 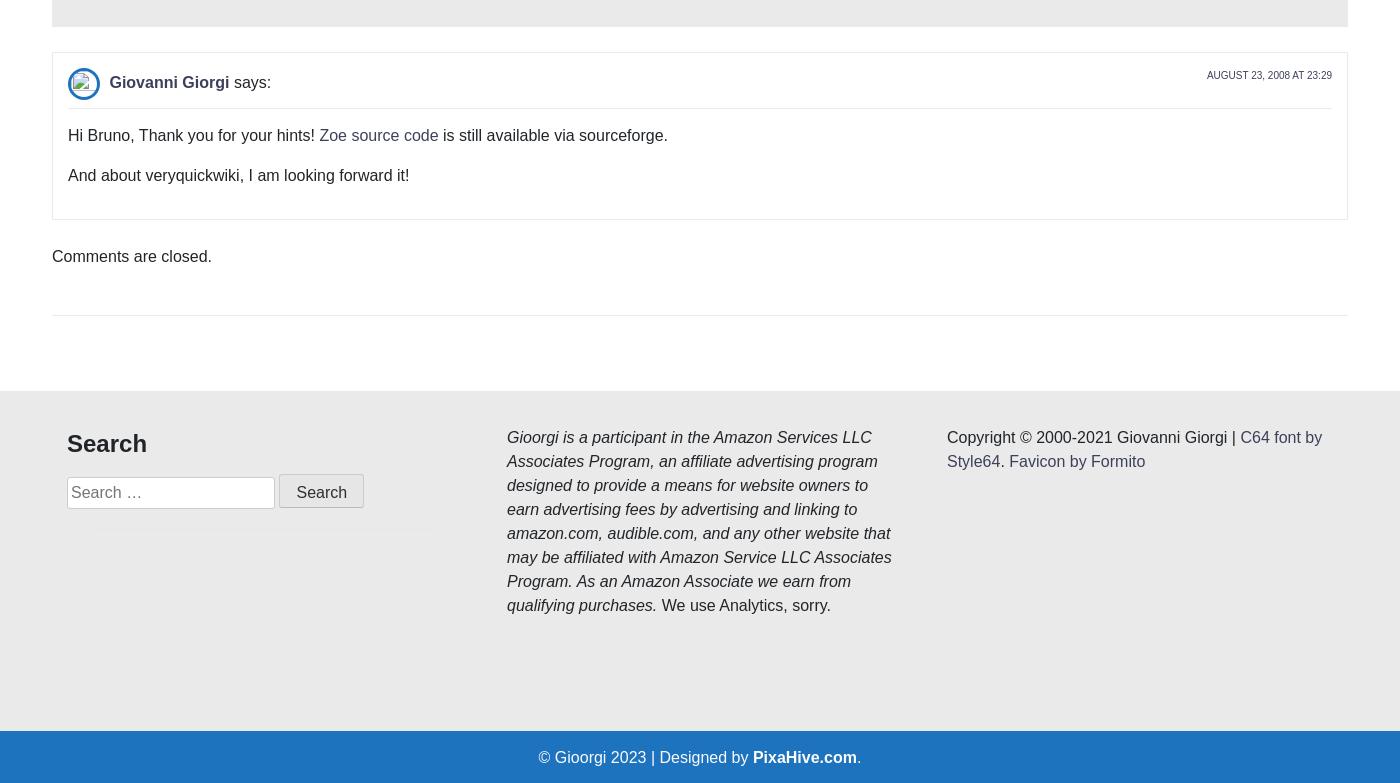 What do you see at coordinates (743, 306) in the screenshot?
I see `'We use Analytics, sorry.'` at bounding box center [743, 306].